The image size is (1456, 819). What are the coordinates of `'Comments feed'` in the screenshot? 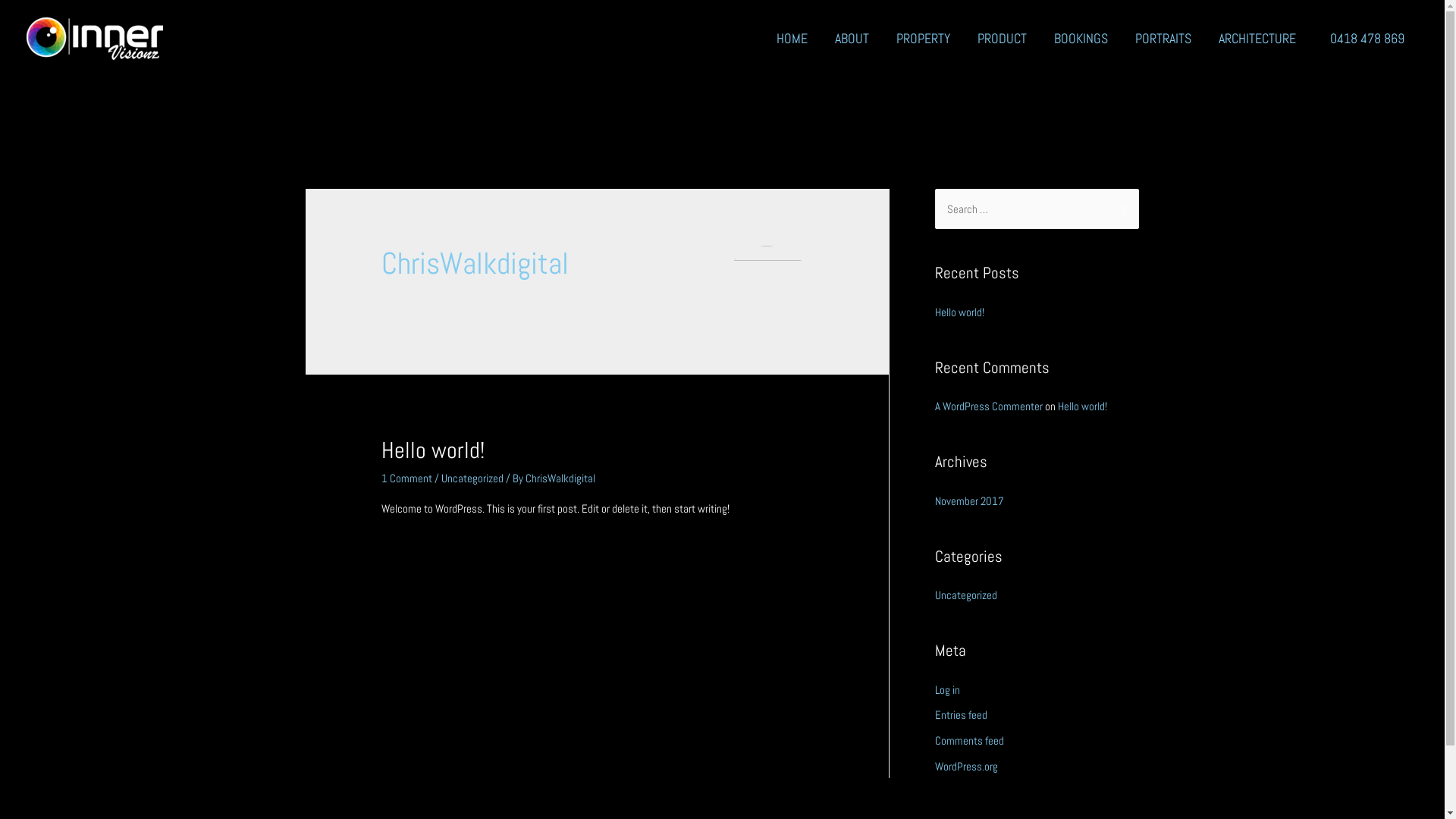 It's located at (968, 739).